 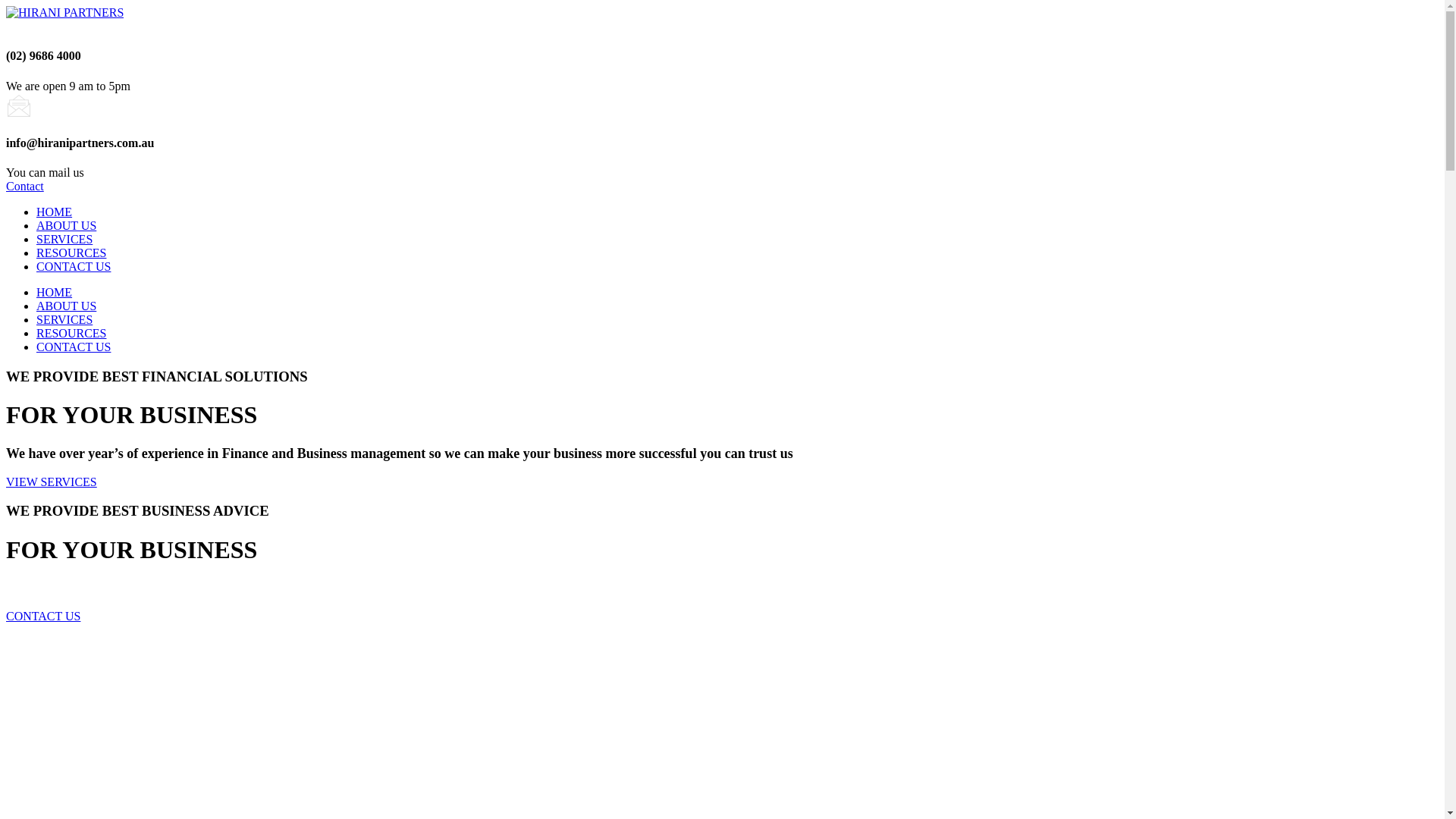 I want to click on 'ABOUT US', so click(x=65, y=225).